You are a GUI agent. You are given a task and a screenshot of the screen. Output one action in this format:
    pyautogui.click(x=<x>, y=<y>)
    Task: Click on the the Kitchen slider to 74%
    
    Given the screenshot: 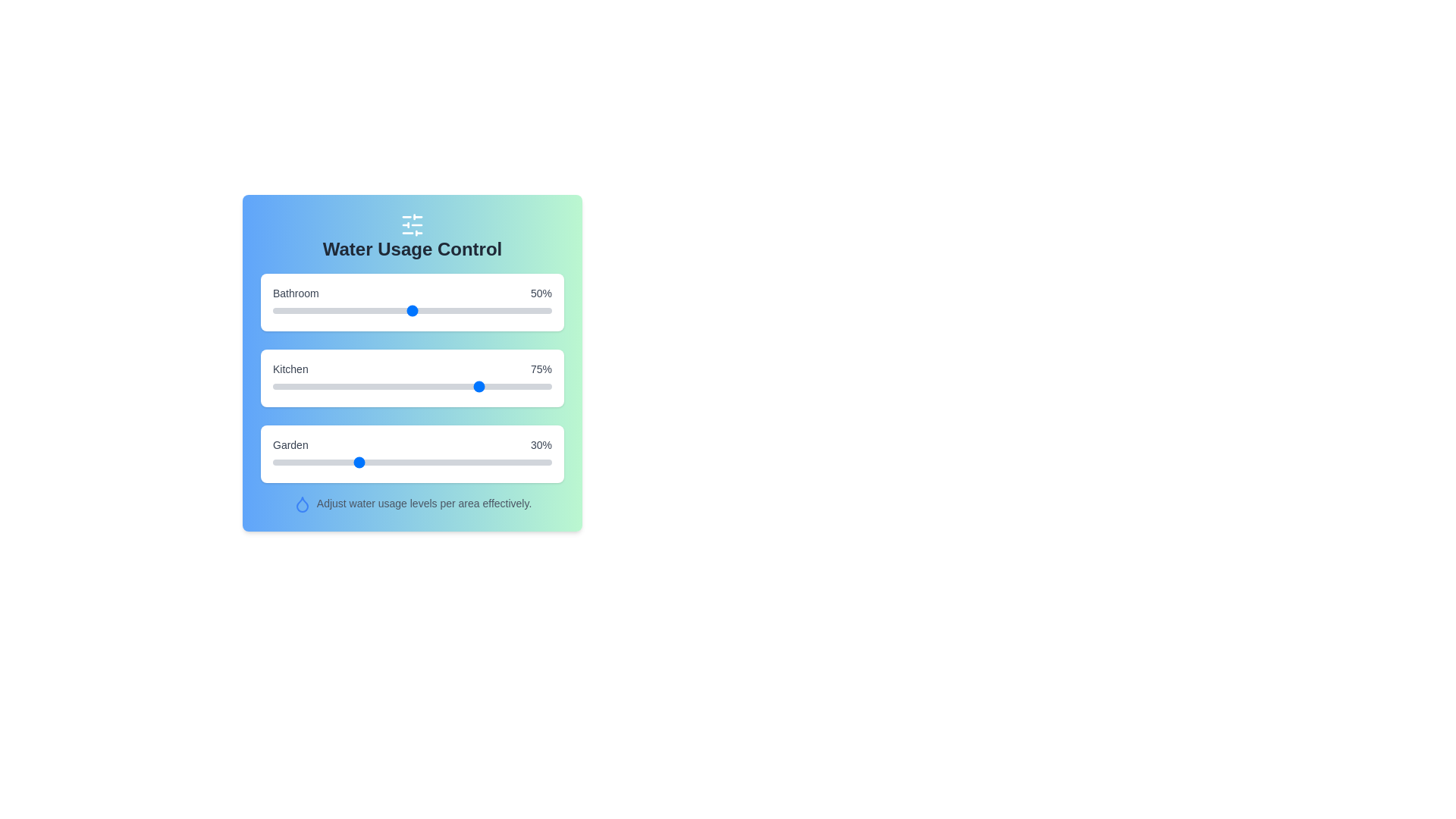 What is the action you would take?
    pyautogui.click(x=479, y=385)
    